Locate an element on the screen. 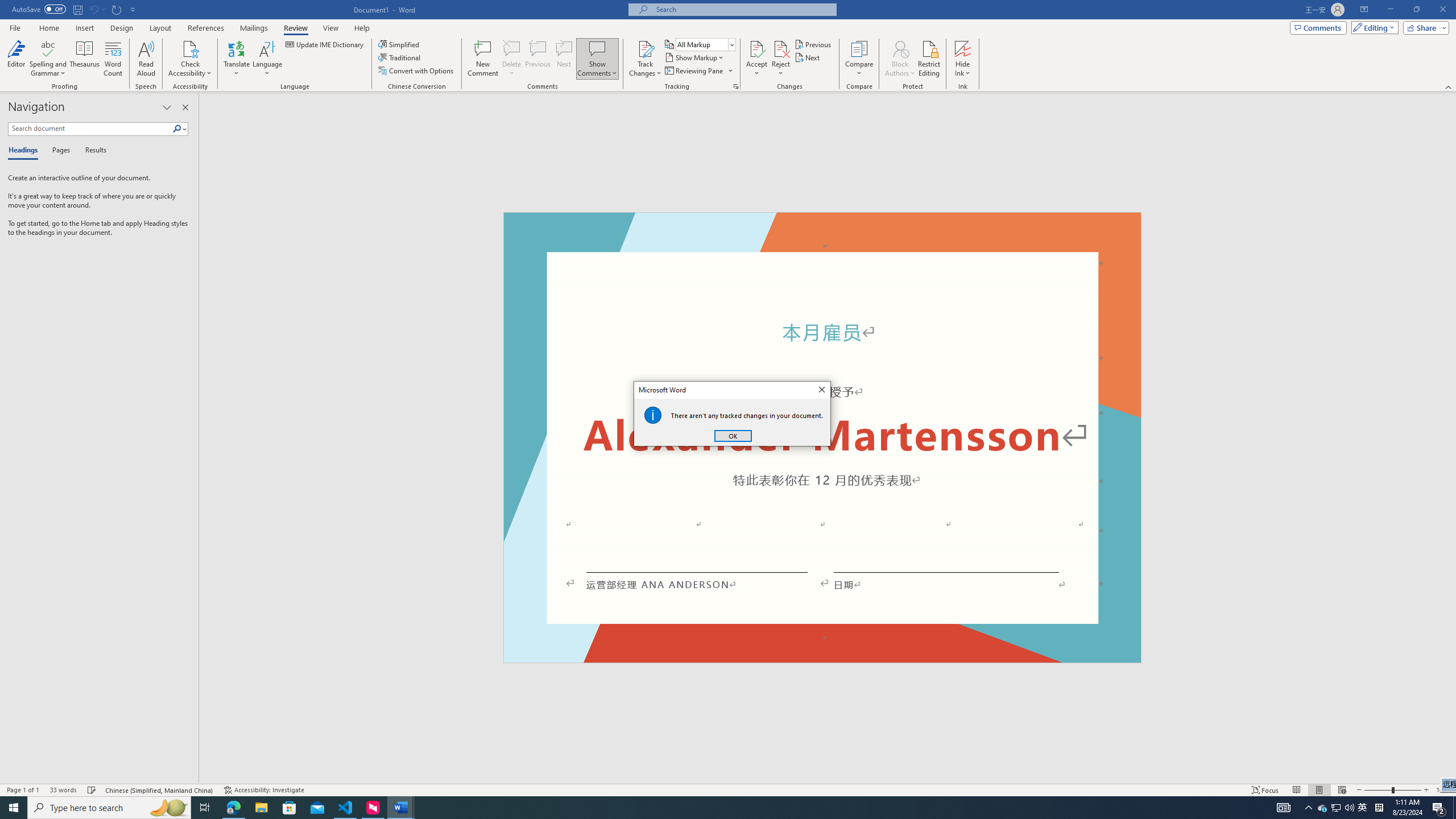  'Insert' is located at coordinates (84, 28).